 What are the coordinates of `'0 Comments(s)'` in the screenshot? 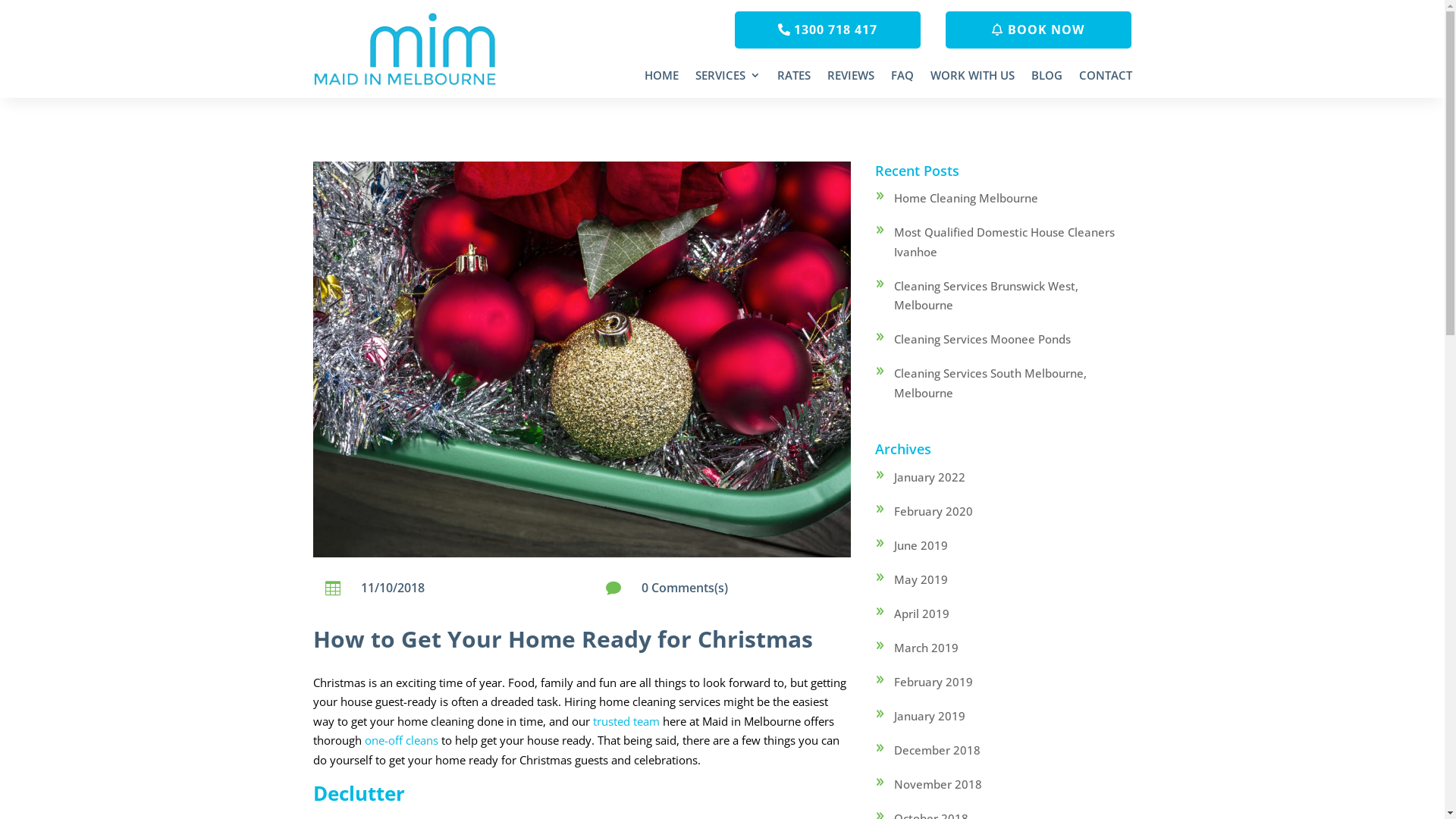 It's located at (683, 587).